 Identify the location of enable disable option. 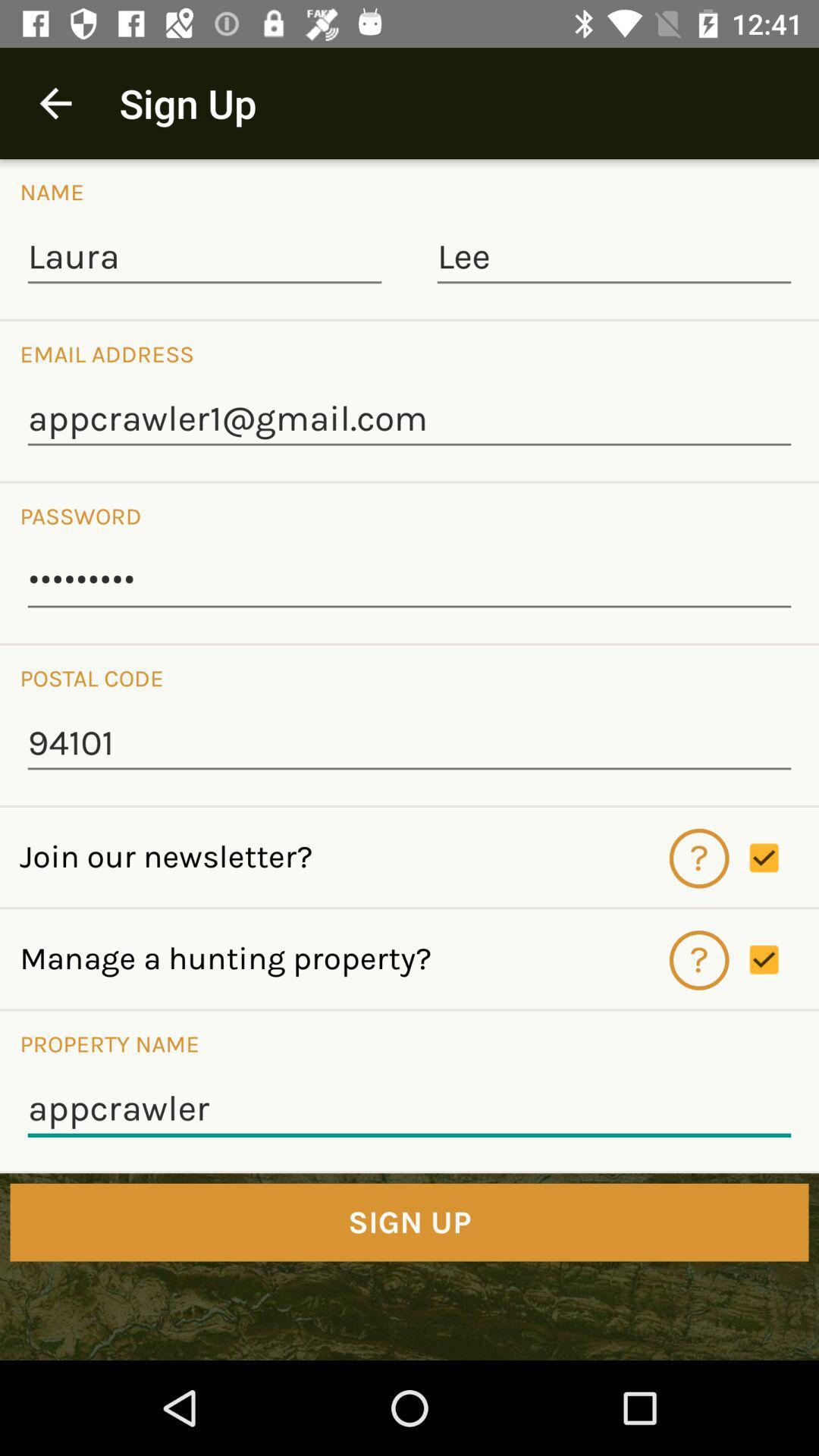
(783, 858).